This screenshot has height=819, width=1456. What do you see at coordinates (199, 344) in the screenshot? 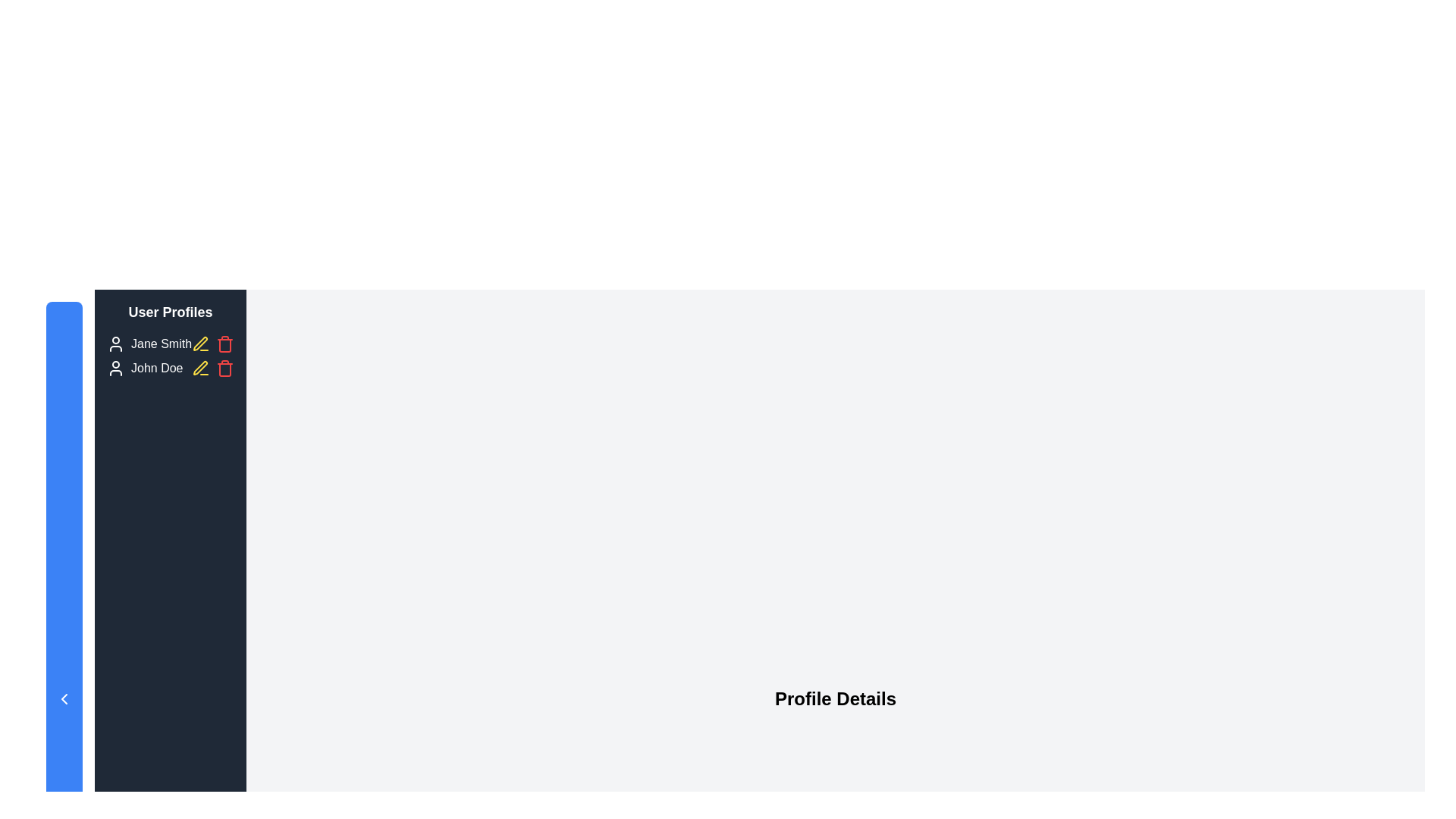
I see `the yellow pen-shaped icon next to 'Jane Smith' in the 'User Profiles' section` at bounding box center [199, 344].